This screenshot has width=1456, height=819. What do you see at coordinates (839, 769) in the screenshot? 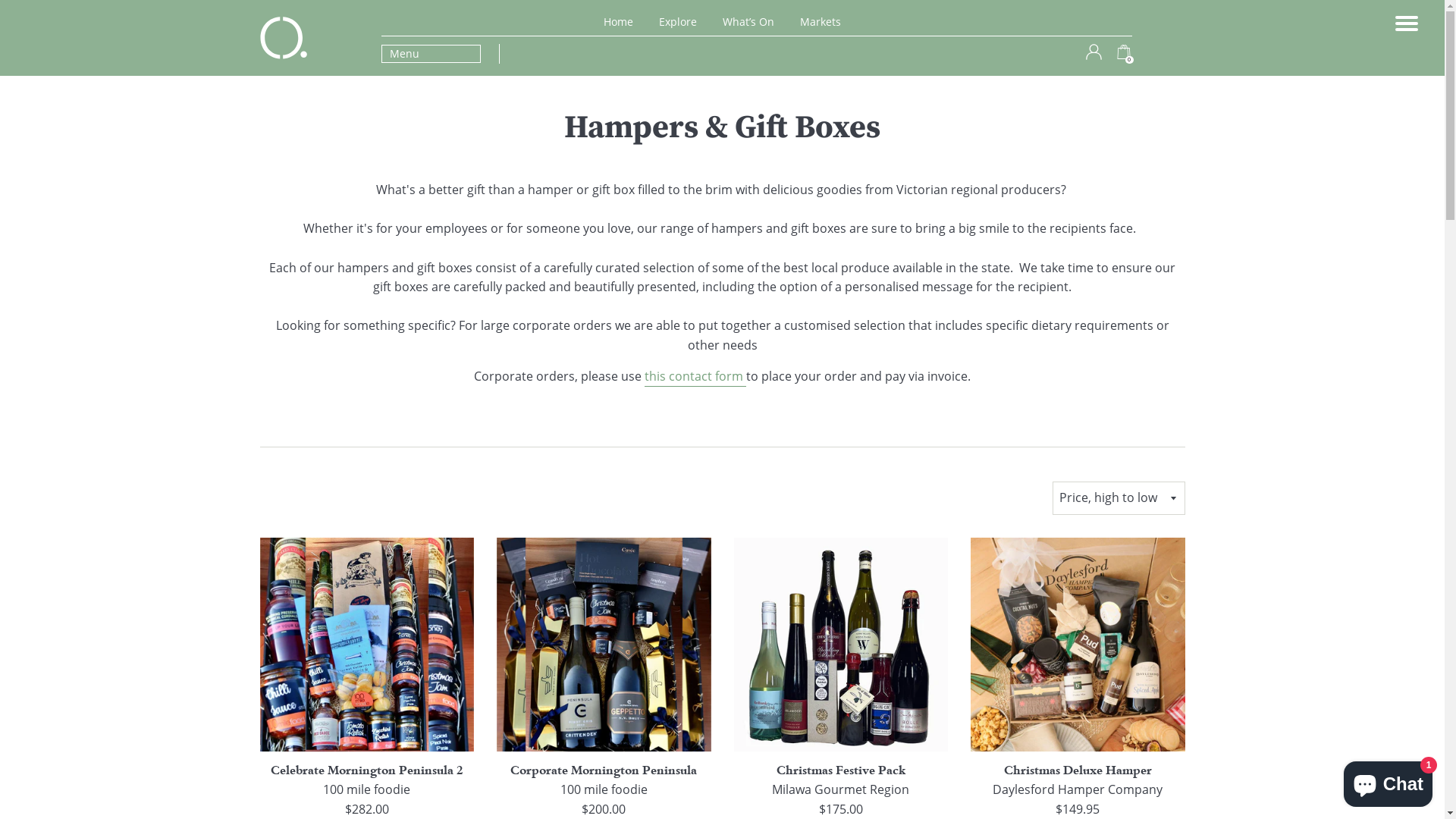
I see `'Christmas Festive Pack'` at bounding box center [839, 769].